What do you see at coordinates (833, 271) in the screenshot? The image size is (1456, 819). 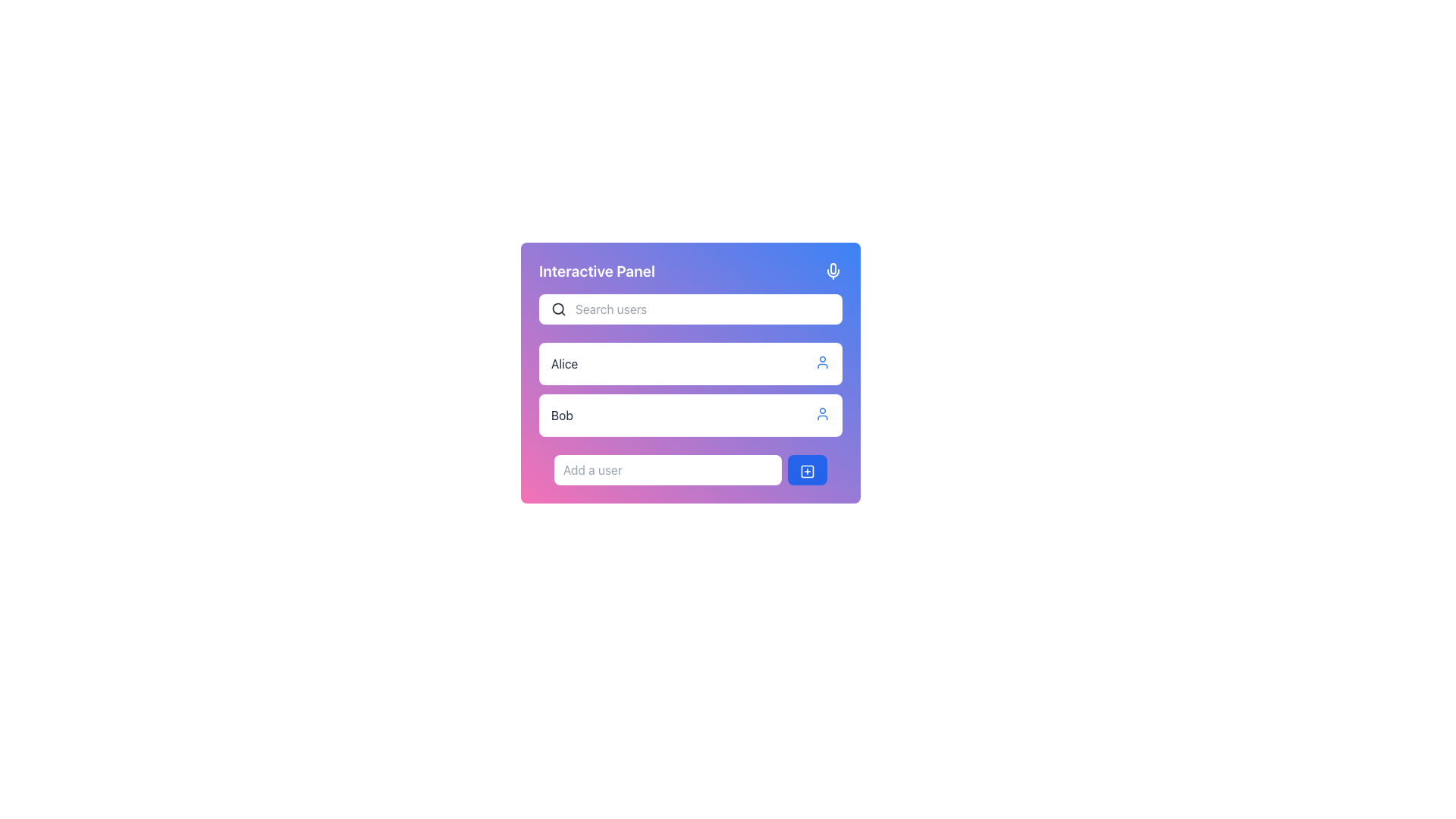 I see `the microphone icon located at the far right of the 'Interactive Panel' title bar` at bounding box center [833, 271].